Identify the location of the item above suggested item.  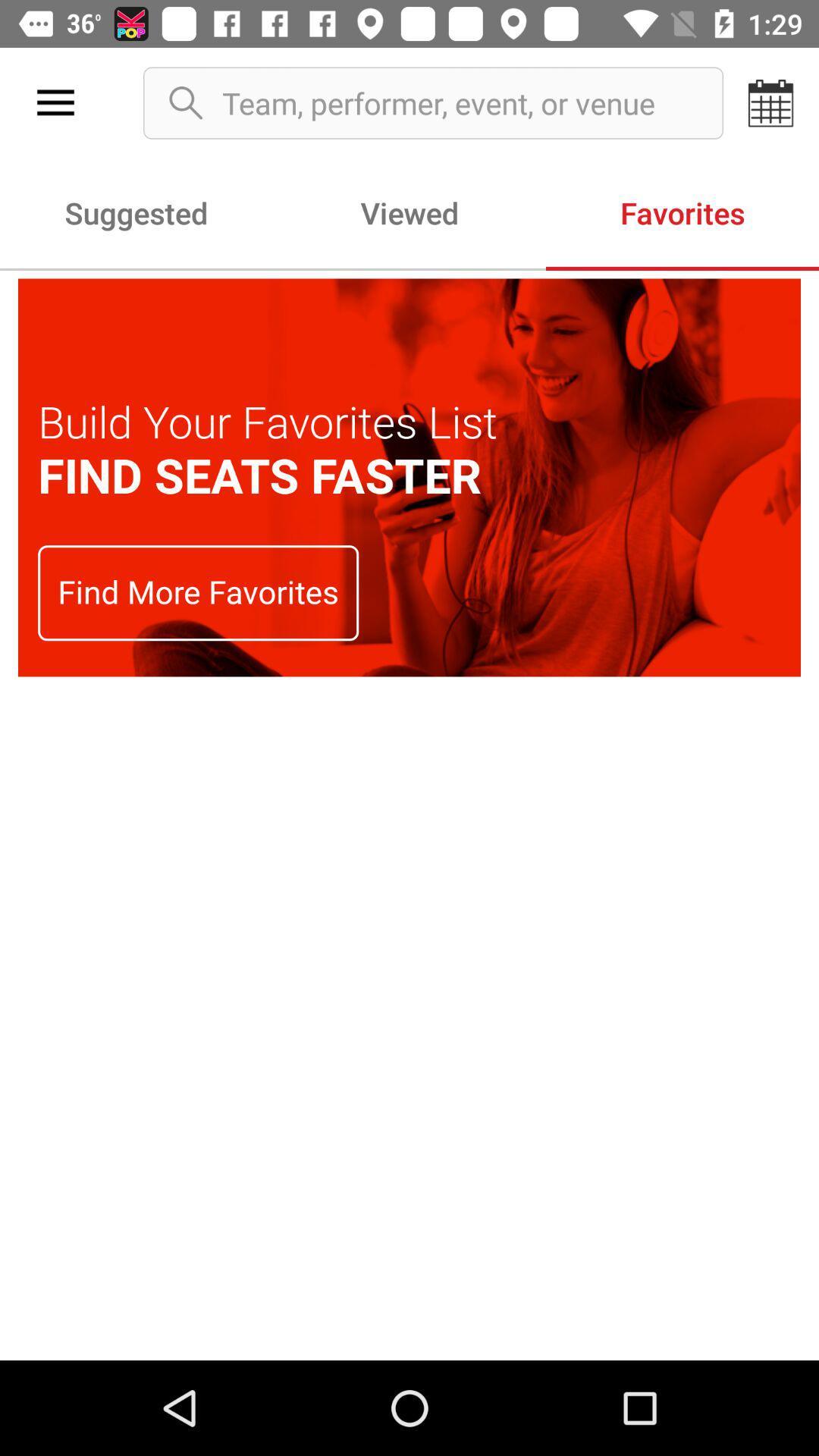
(55, 102).